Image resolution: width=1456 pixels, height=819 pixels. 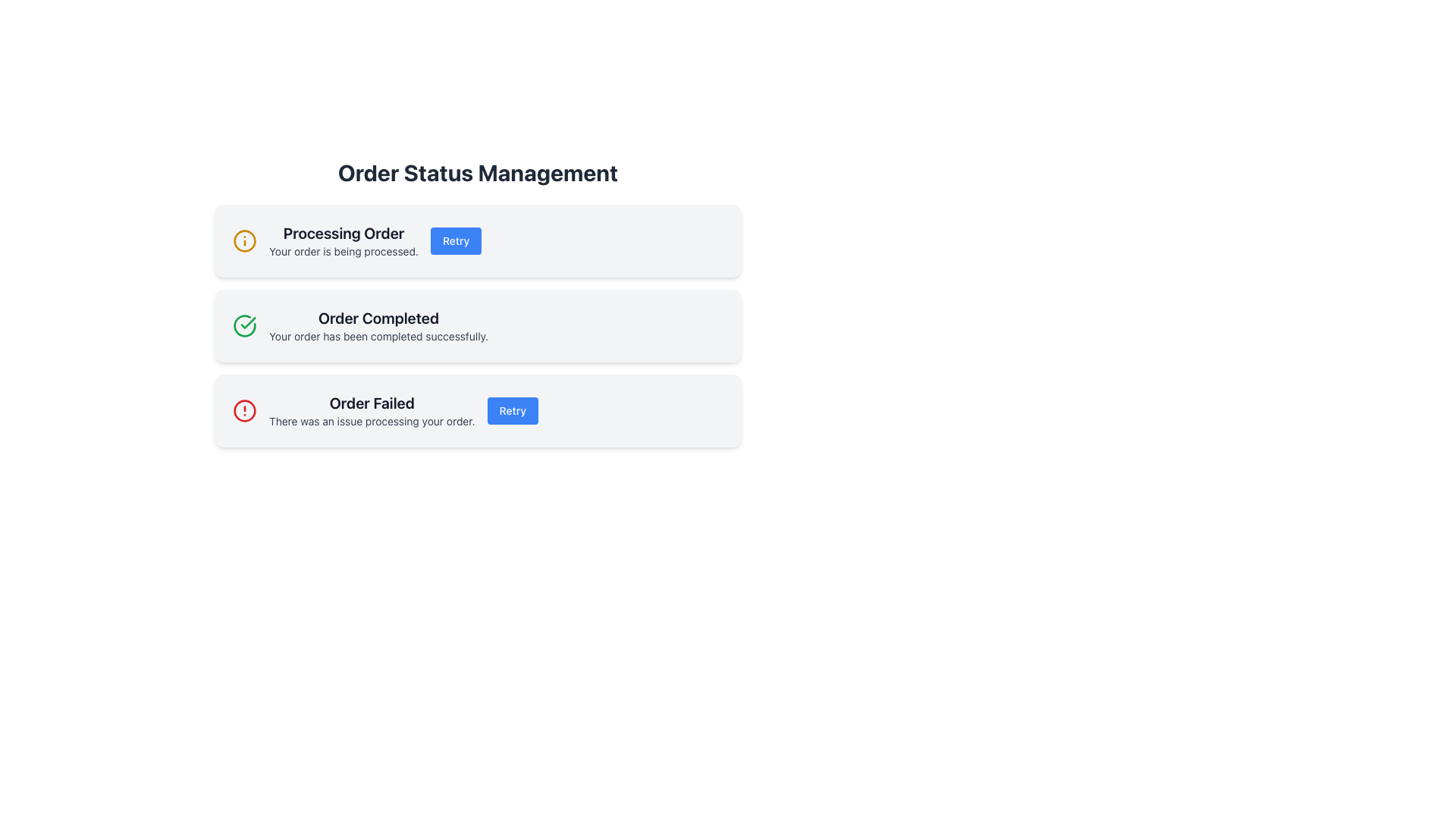 What do you see at coordinates (378, 318) in the screenshot?
I see `the text label indicating 'Order Completed' which states 'Your order has been completed successfully.'` at bounding box center [378, 318].